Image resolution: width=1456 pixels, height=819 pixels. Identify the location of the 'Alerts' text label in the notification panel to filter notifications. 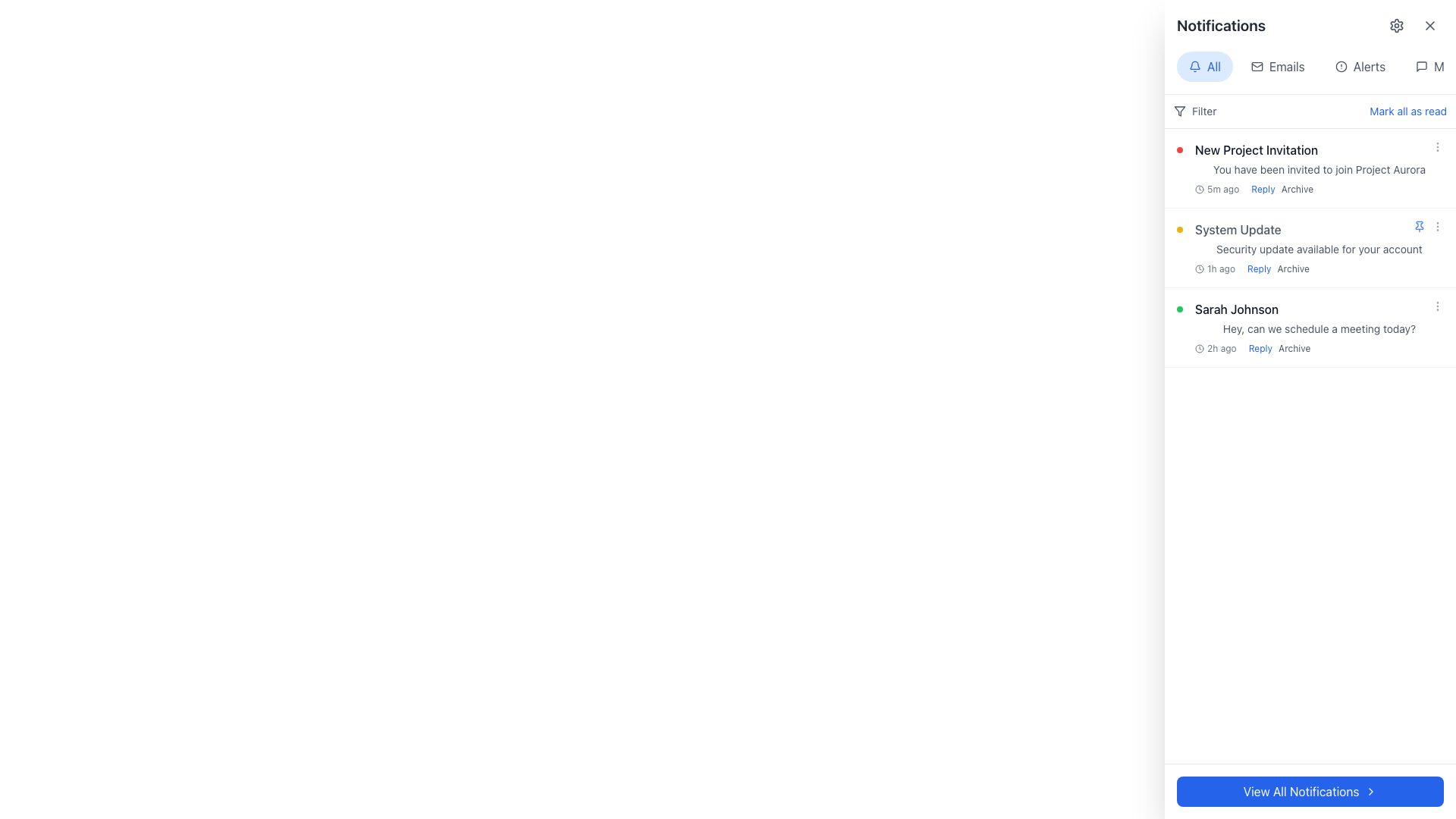
(1369, 66).